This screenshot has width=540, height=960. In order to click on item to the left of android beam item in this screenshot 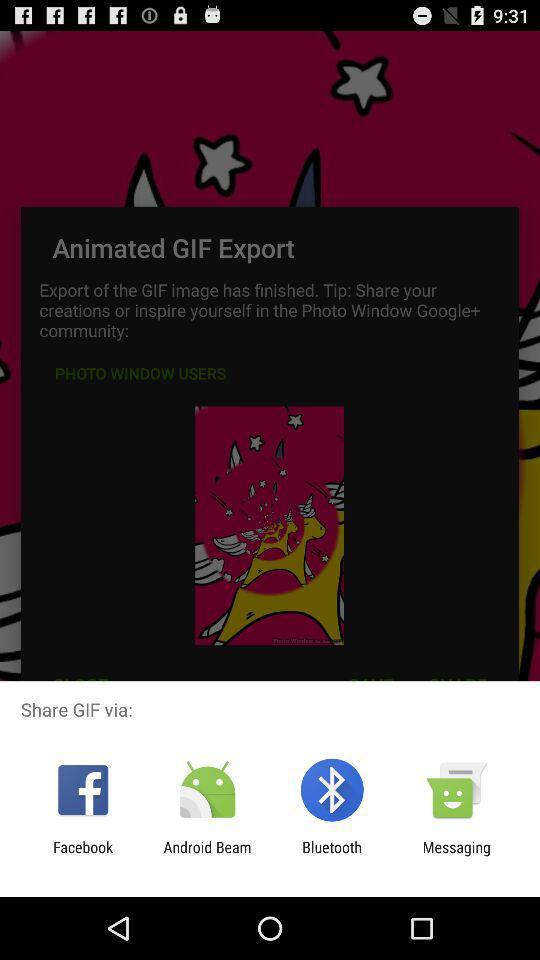, I will do `click(82, 855)`.